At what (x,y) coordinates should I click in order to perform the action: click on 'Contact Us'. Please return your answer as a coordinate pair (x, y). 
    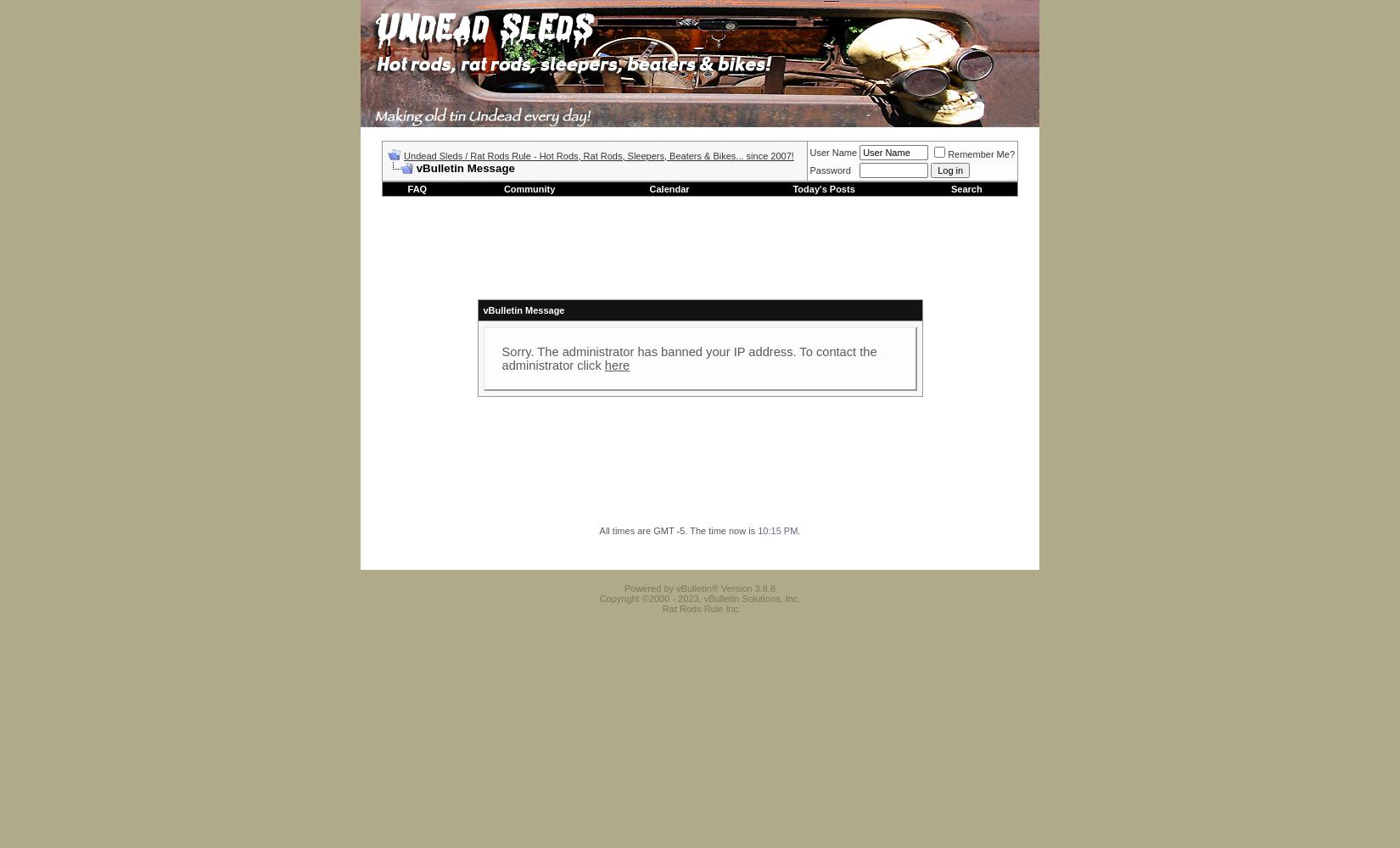
    Looking at the image, I should click on (522, 560).